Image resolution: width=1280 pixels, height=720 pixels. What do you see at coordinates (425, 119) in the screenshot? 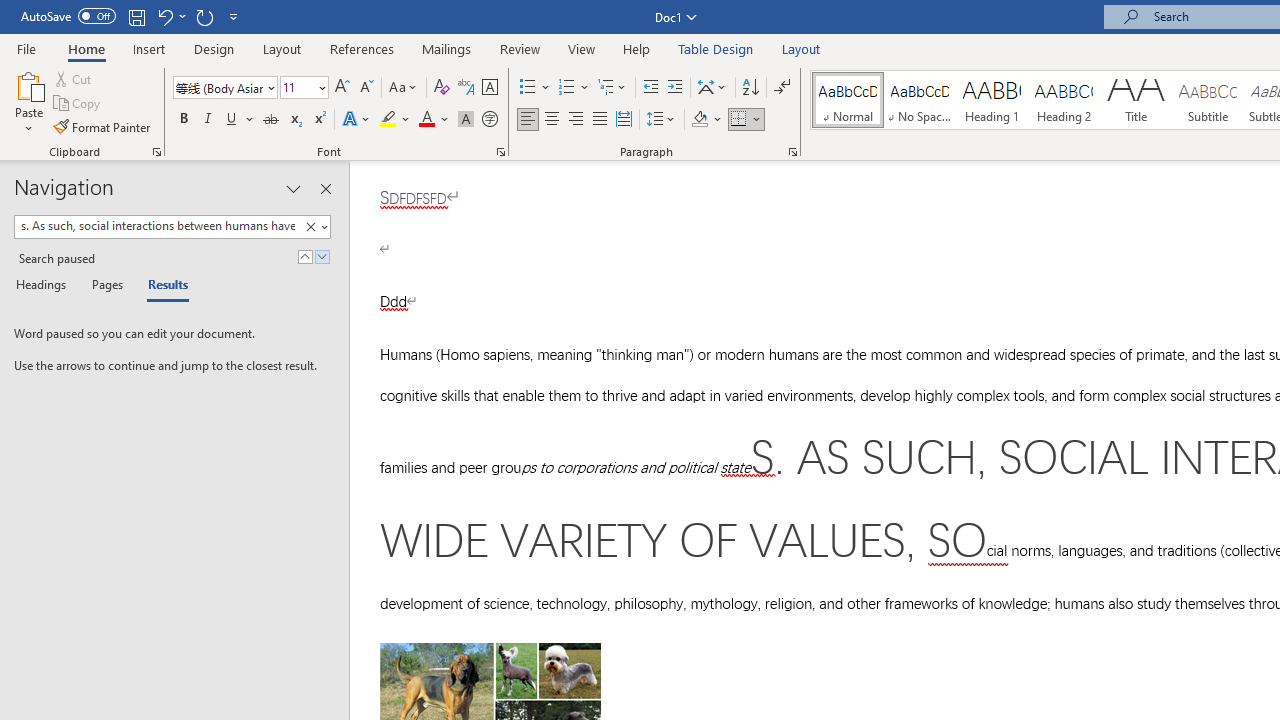
I see `'Font Color RGB(255, 0, 0)'` at bounding box center [425, 119].